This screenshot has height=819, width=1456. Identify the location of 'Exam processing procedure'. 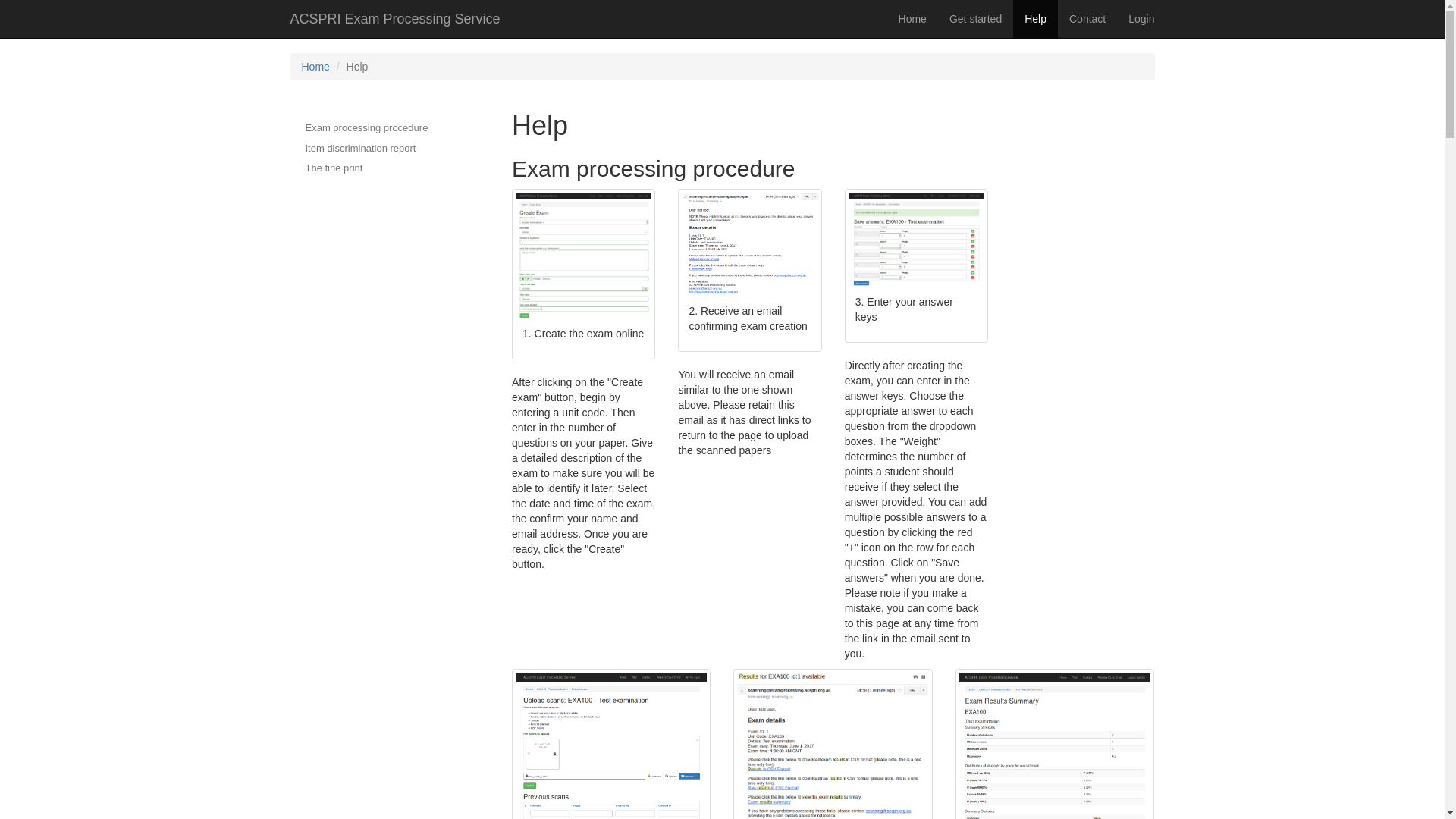
(290, 127).